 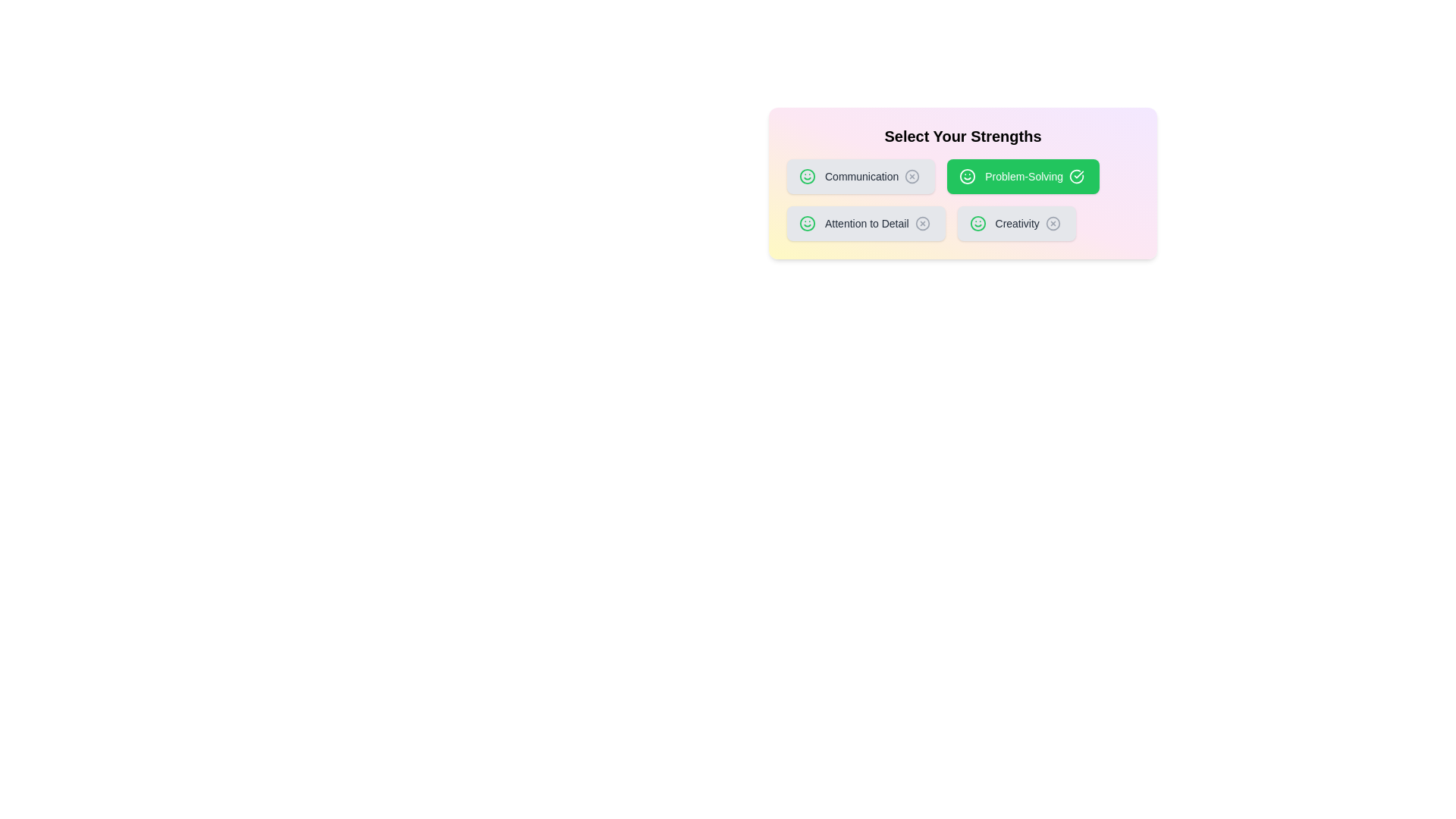 I want to click on the skill chip labeled 'Attention to Detail' to view its hover effect, so click(x=866, y=223).